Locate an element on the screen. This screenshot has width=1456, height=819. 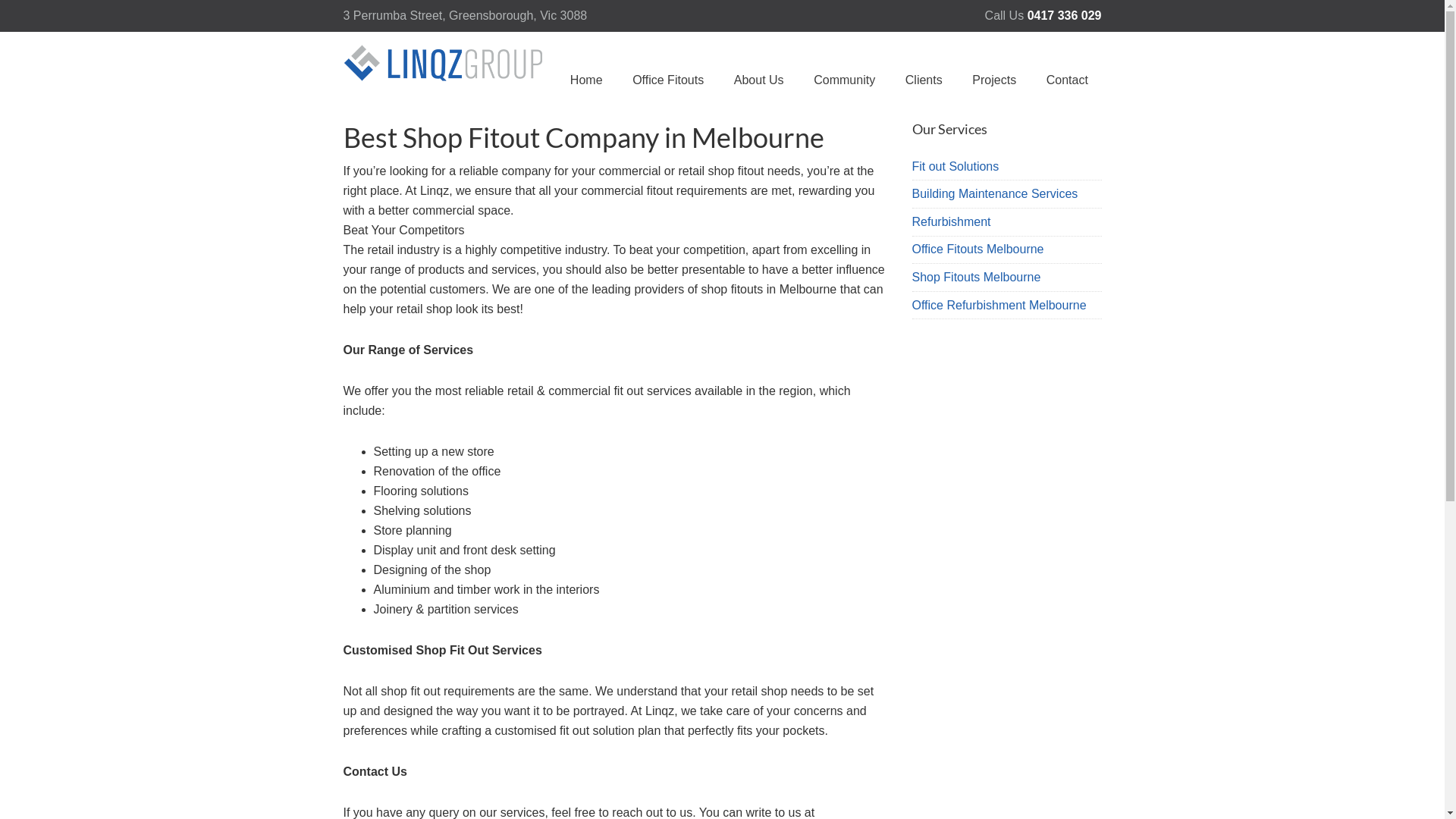
'About Us' is located at coordinates (758, 80).